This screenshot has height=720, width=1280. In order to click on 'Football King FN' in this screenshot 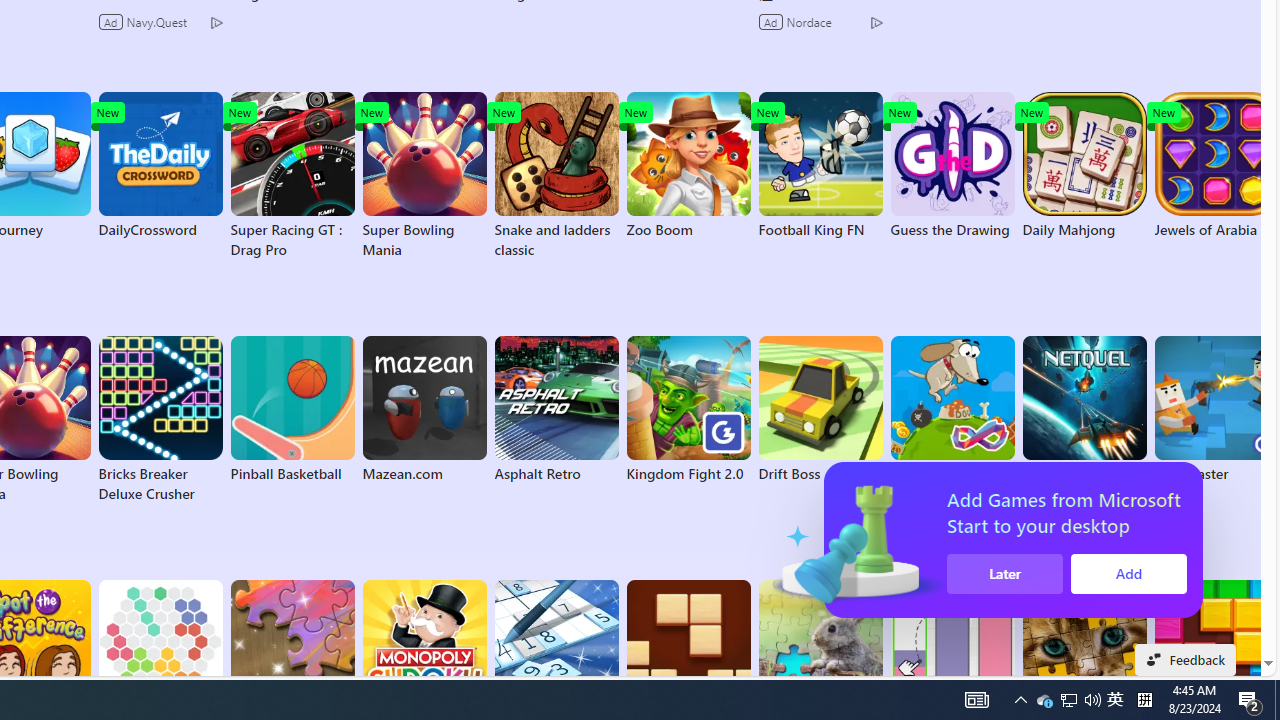, I will do `click(820, 164)`.